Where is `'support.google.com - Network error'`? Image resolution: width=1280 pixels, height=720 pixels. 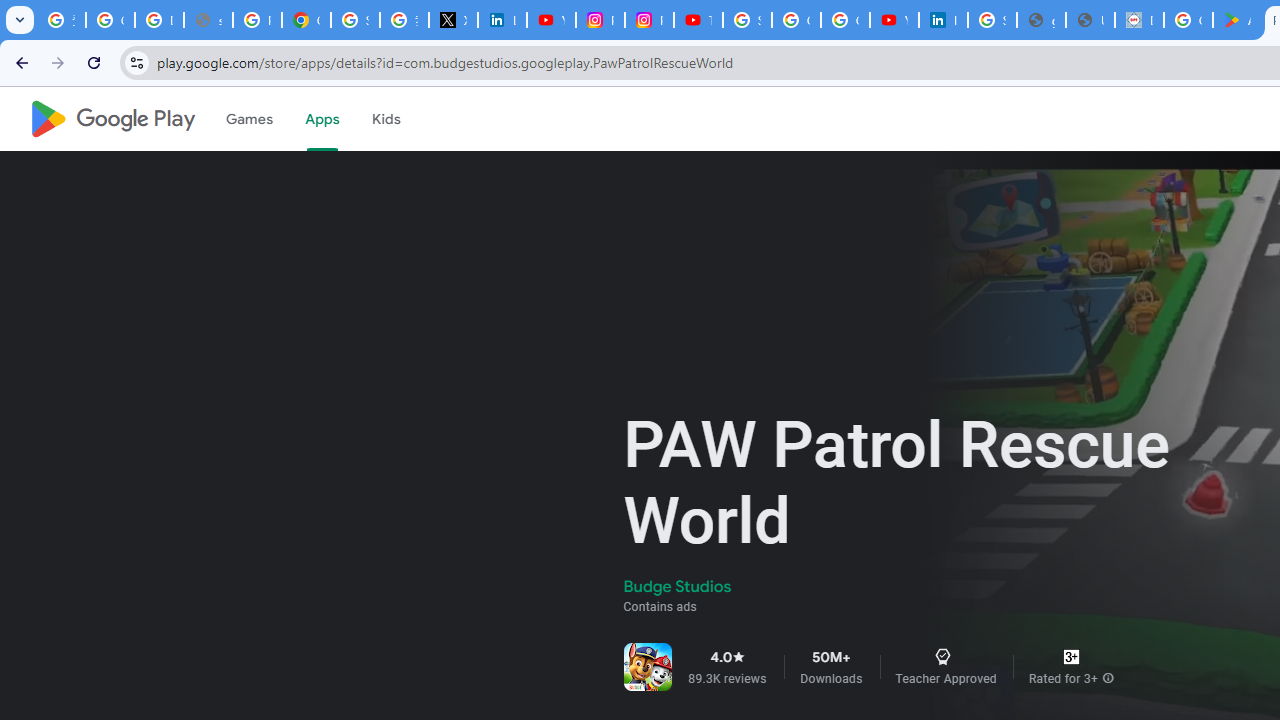
'support.google.com - Network error' is located at coordinates (208, 20).